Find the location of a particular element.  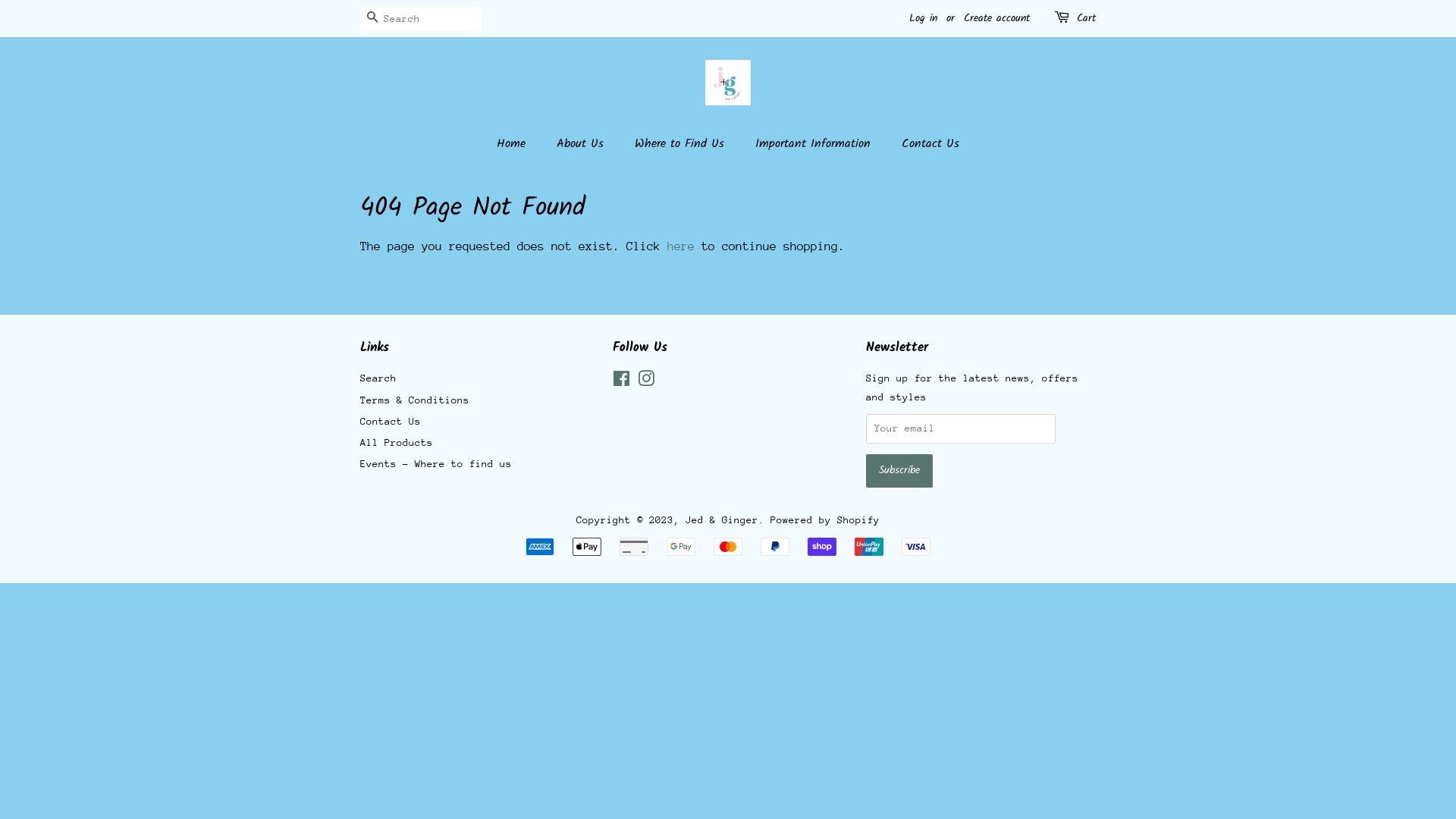

'Create account' is located at coordinates (996, 17).